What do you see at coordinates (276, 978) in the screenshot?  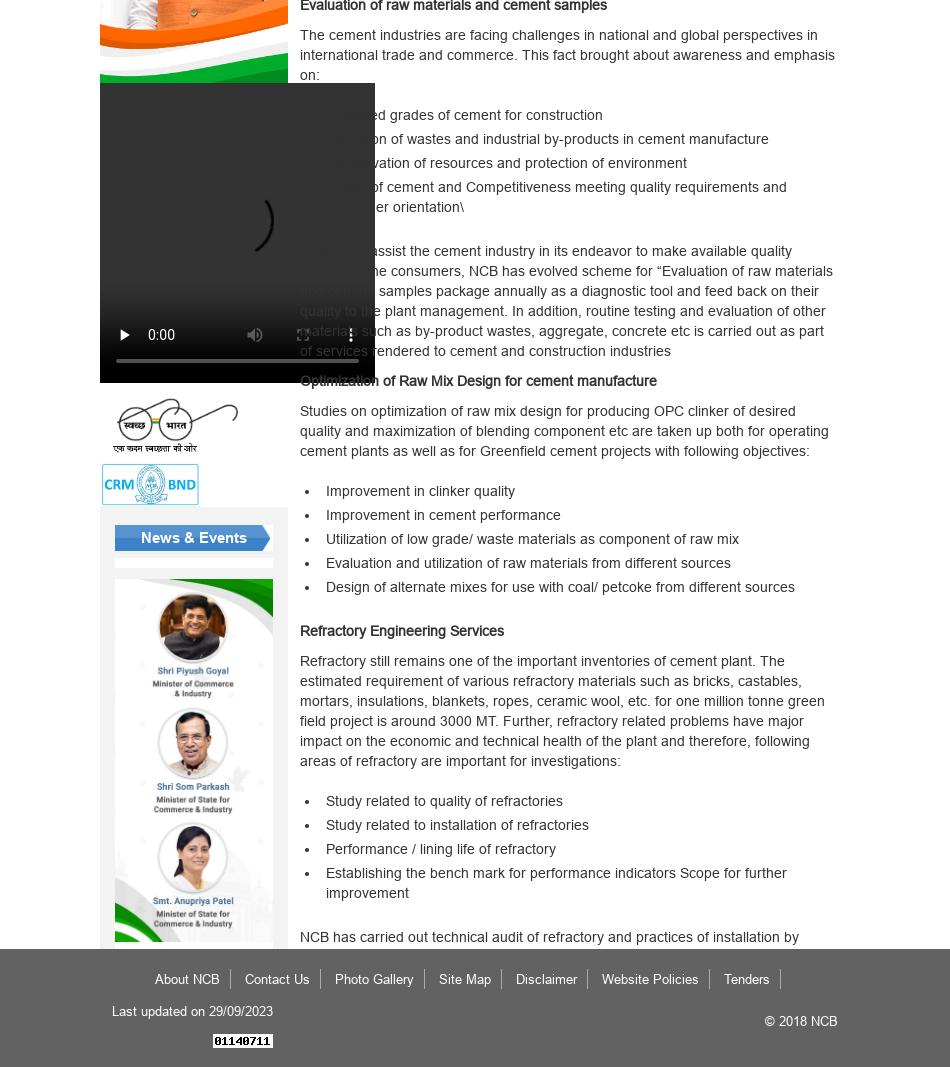 I see `'Contact us'` at bounding box center [276, 978].